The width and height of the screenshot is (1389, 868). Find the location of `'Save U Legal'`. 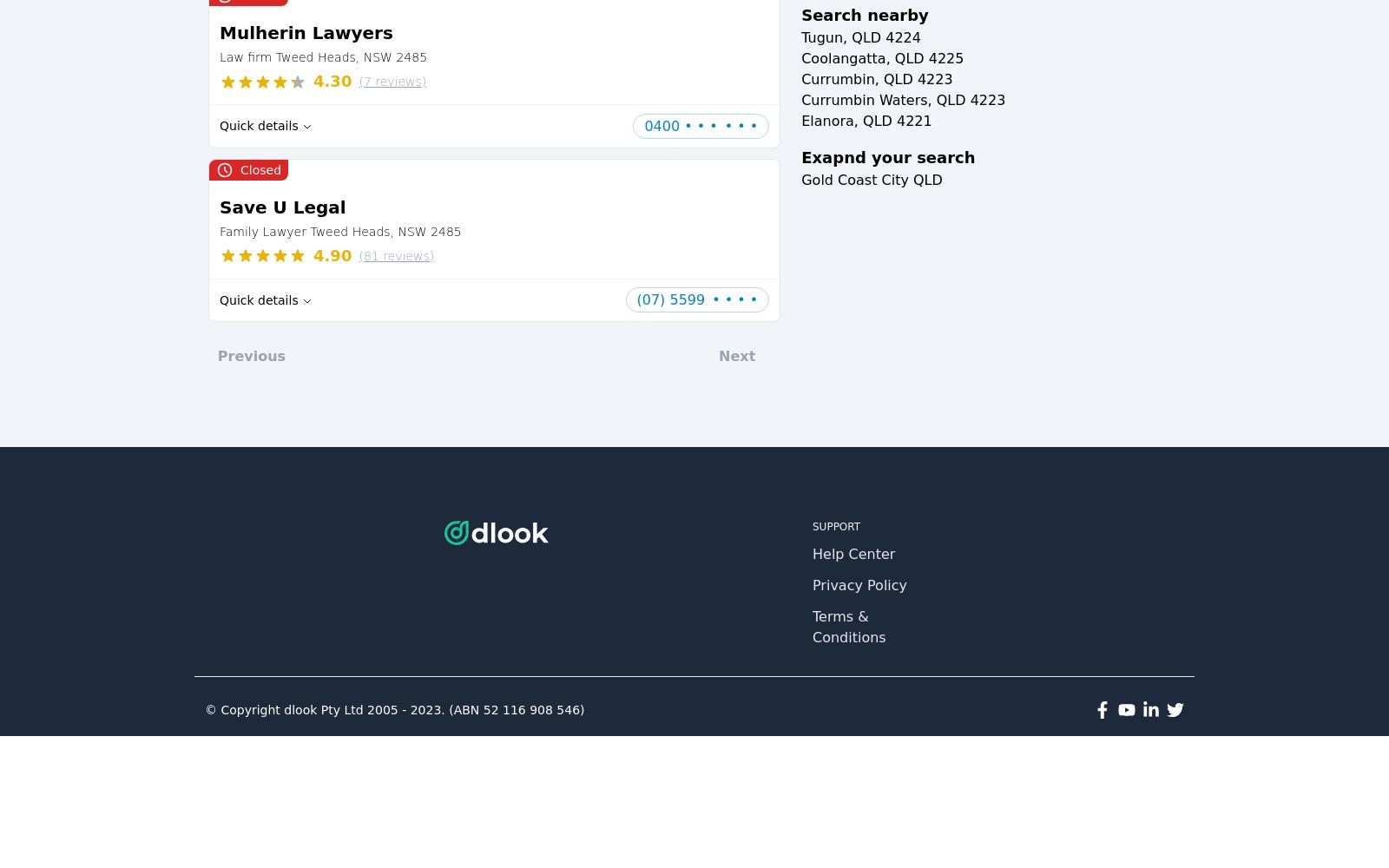

'Save U Legal' is located at coordinates (282, 206).